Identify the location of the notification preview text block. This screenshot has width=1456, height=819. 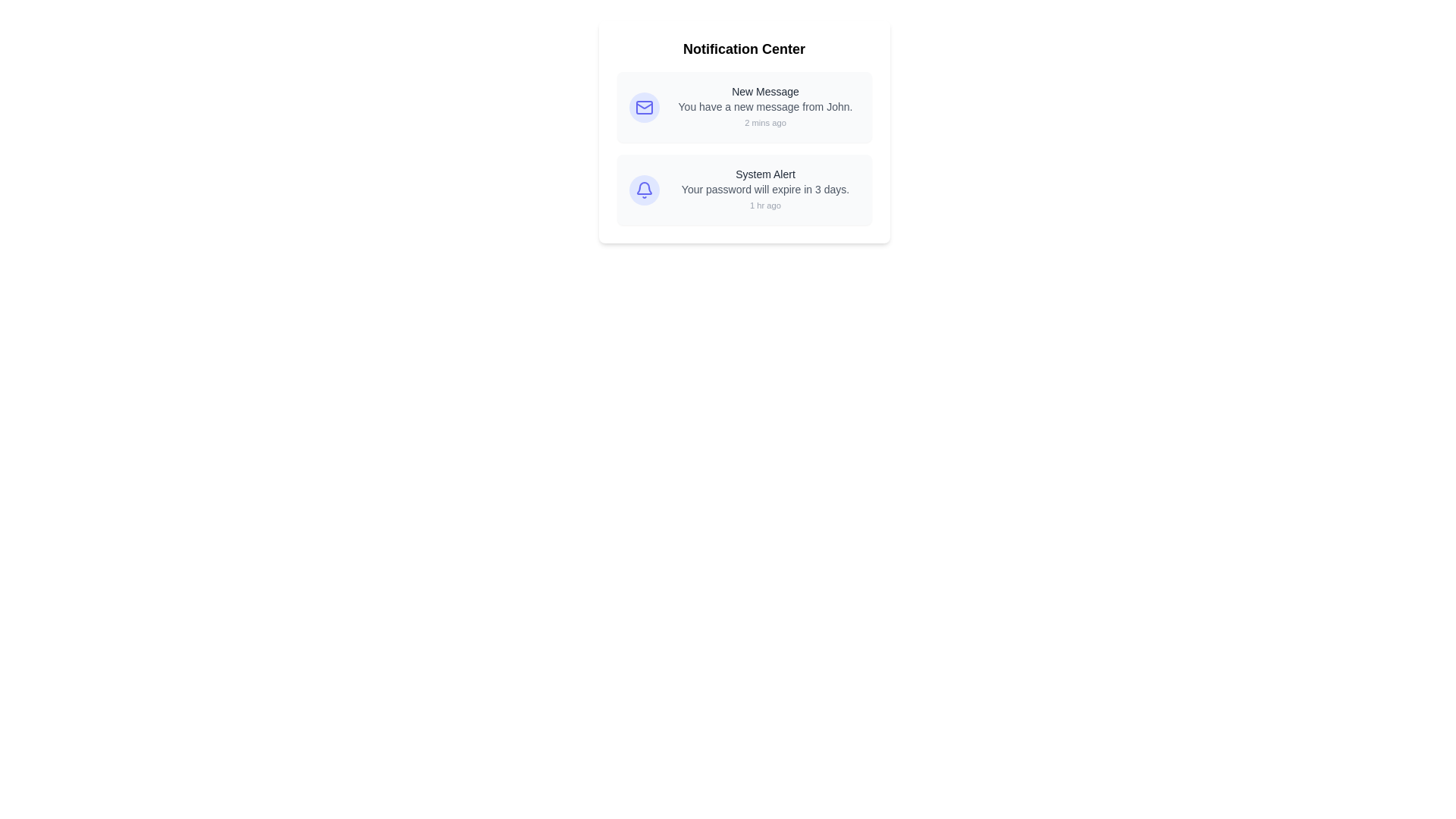
(765, 106).